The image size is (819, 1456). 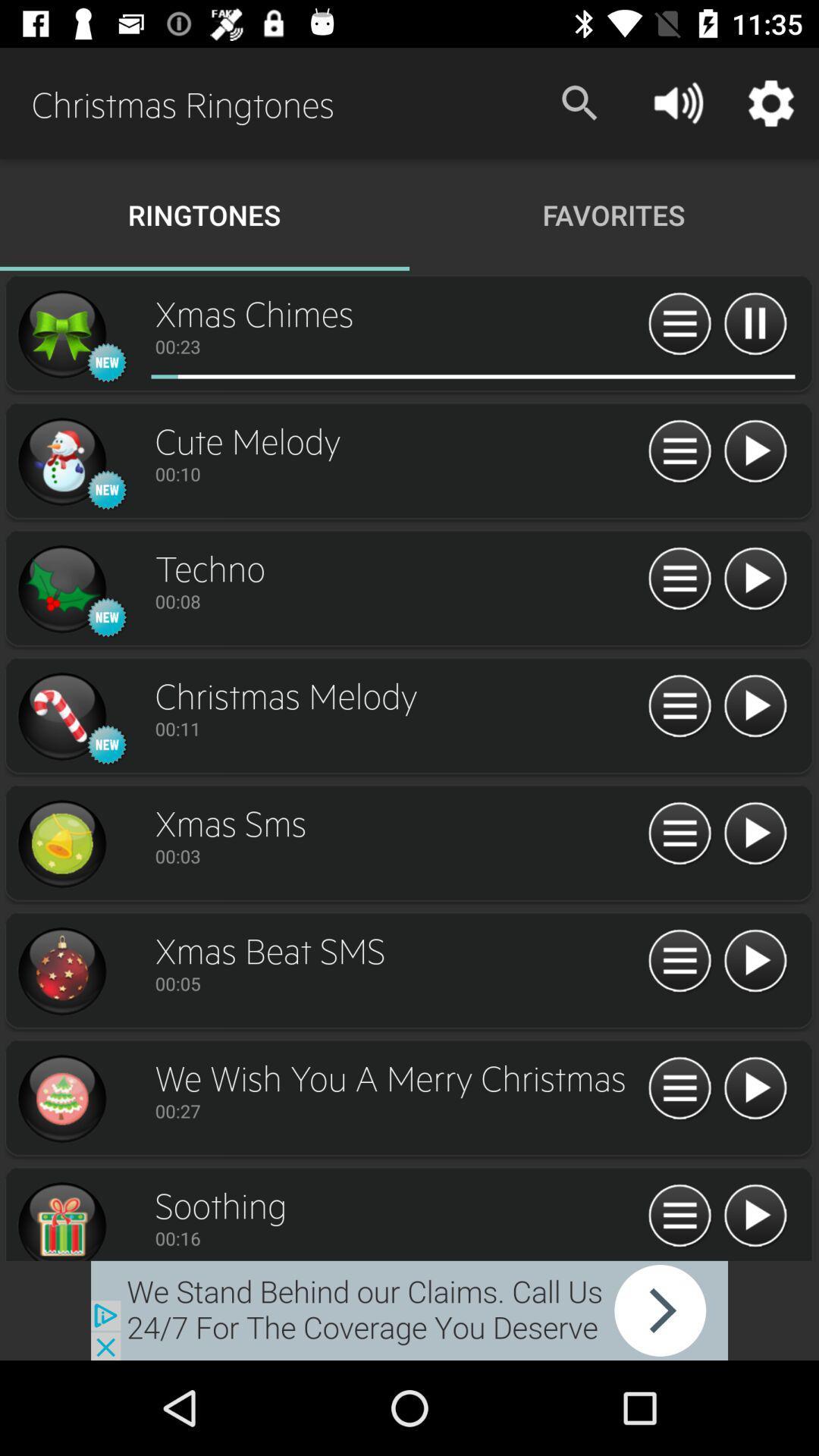 What do you see at coordinates (755, 961) in the screenshot?
I see `to play a particular tune` at bounding box center [755, 961].